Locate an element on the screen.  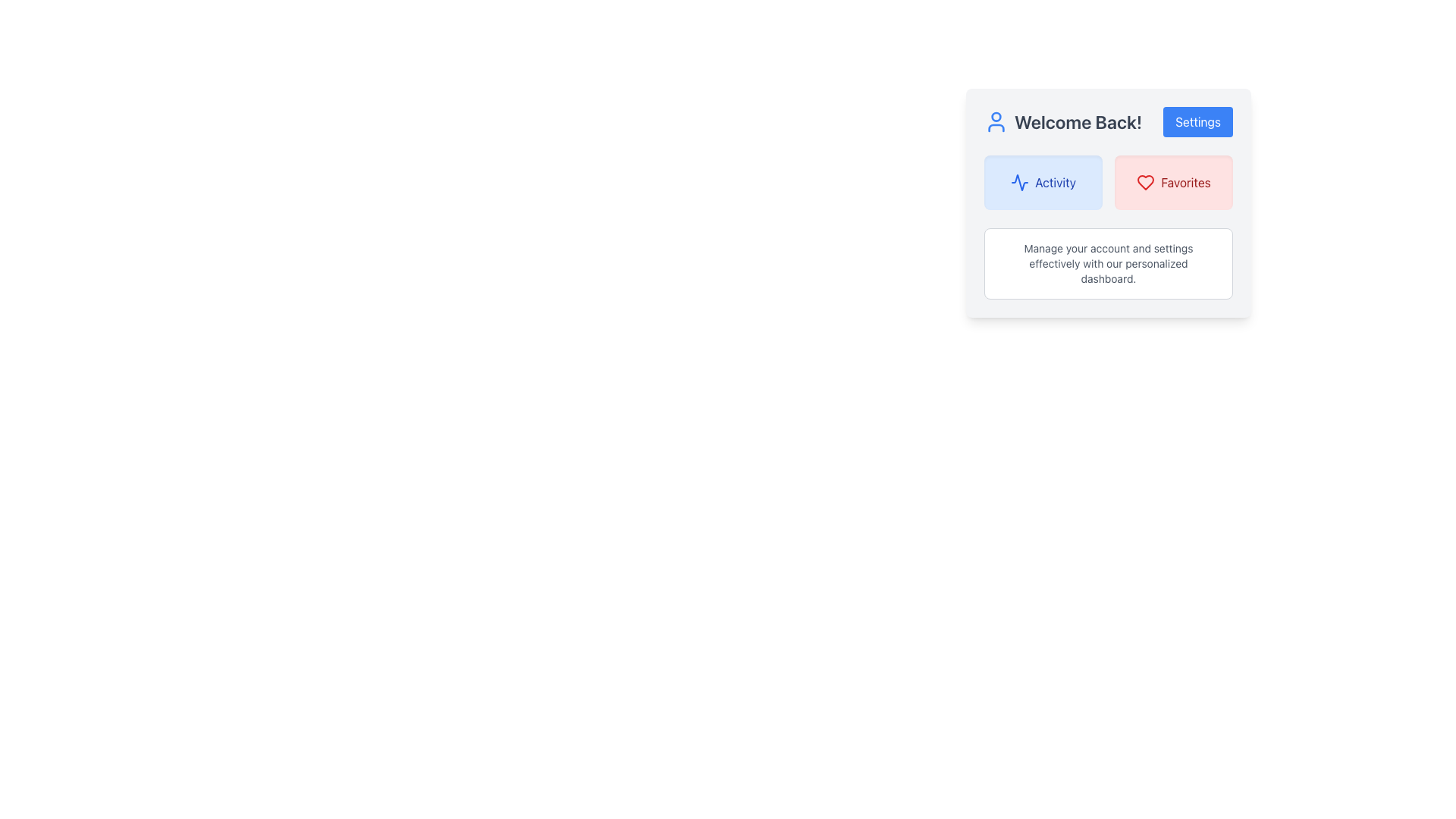
the user silhouette icon, which is styled in blue and positioned to the left of the 'Welcome Back!' text is located at coordinates (996, 121).